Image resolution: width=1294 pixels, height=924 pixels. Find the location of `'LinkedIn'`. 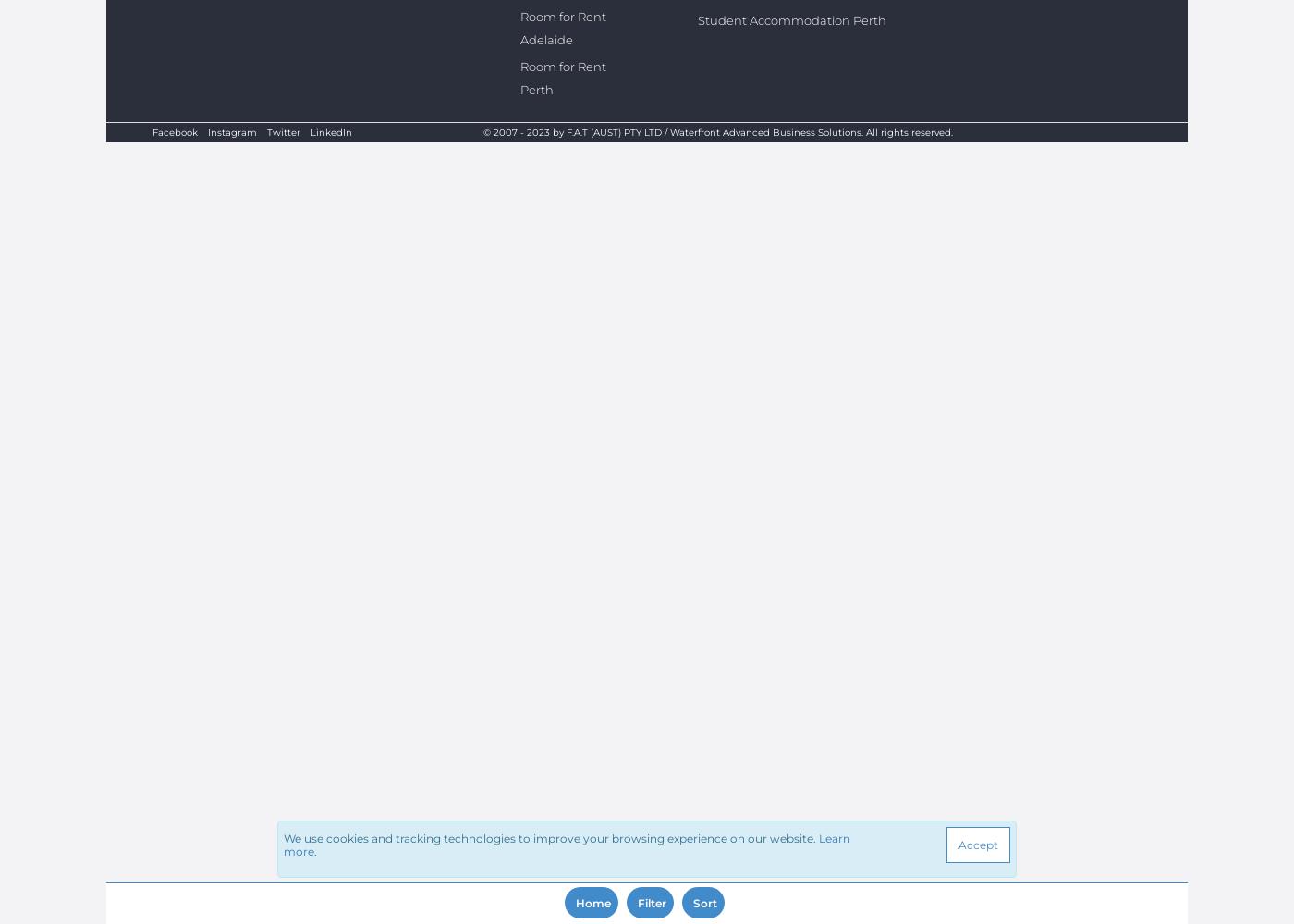

'LinkedIn' is located at coordinates (331, 132).